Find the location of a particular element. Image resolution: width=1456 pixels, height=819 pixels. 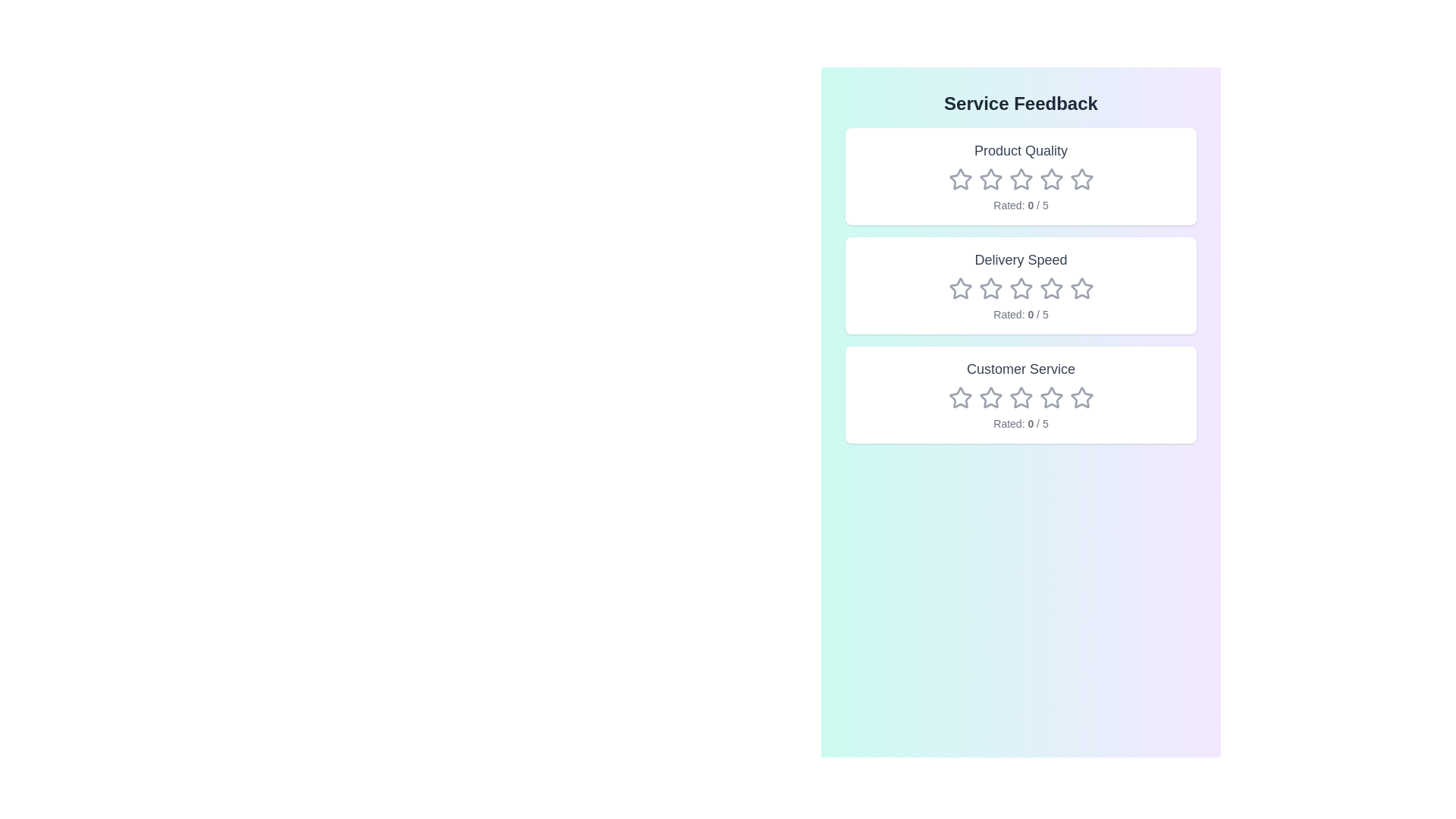

the rating for the category Product Quality to 4 stars is located at coordinates (1050, 178).